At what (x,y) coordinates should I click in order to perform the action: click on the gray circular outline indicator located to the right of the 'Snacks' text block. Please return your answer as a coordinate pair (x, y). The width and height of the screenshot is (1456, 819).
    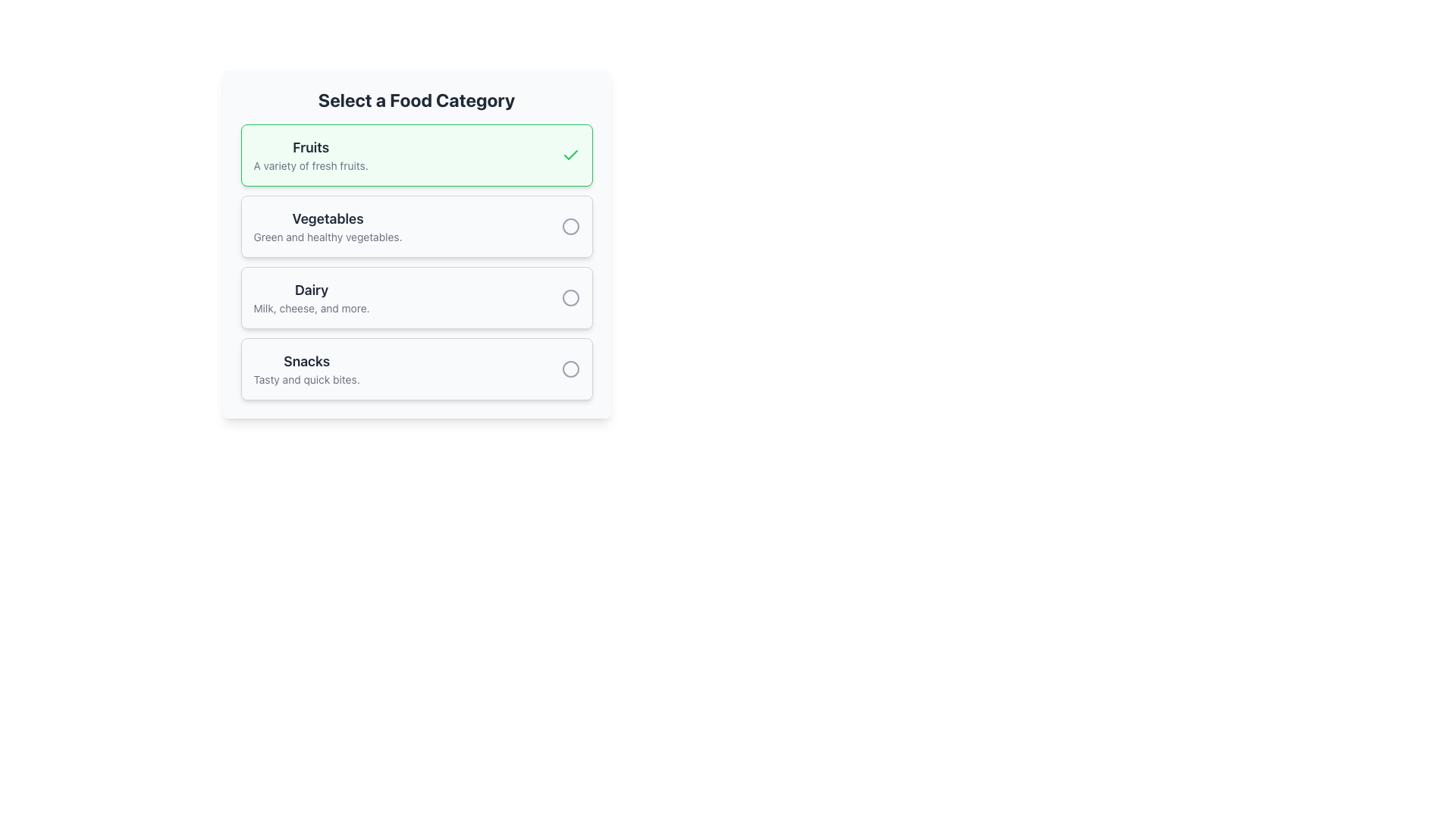
    Looking at the image, I should click on (570, 369).